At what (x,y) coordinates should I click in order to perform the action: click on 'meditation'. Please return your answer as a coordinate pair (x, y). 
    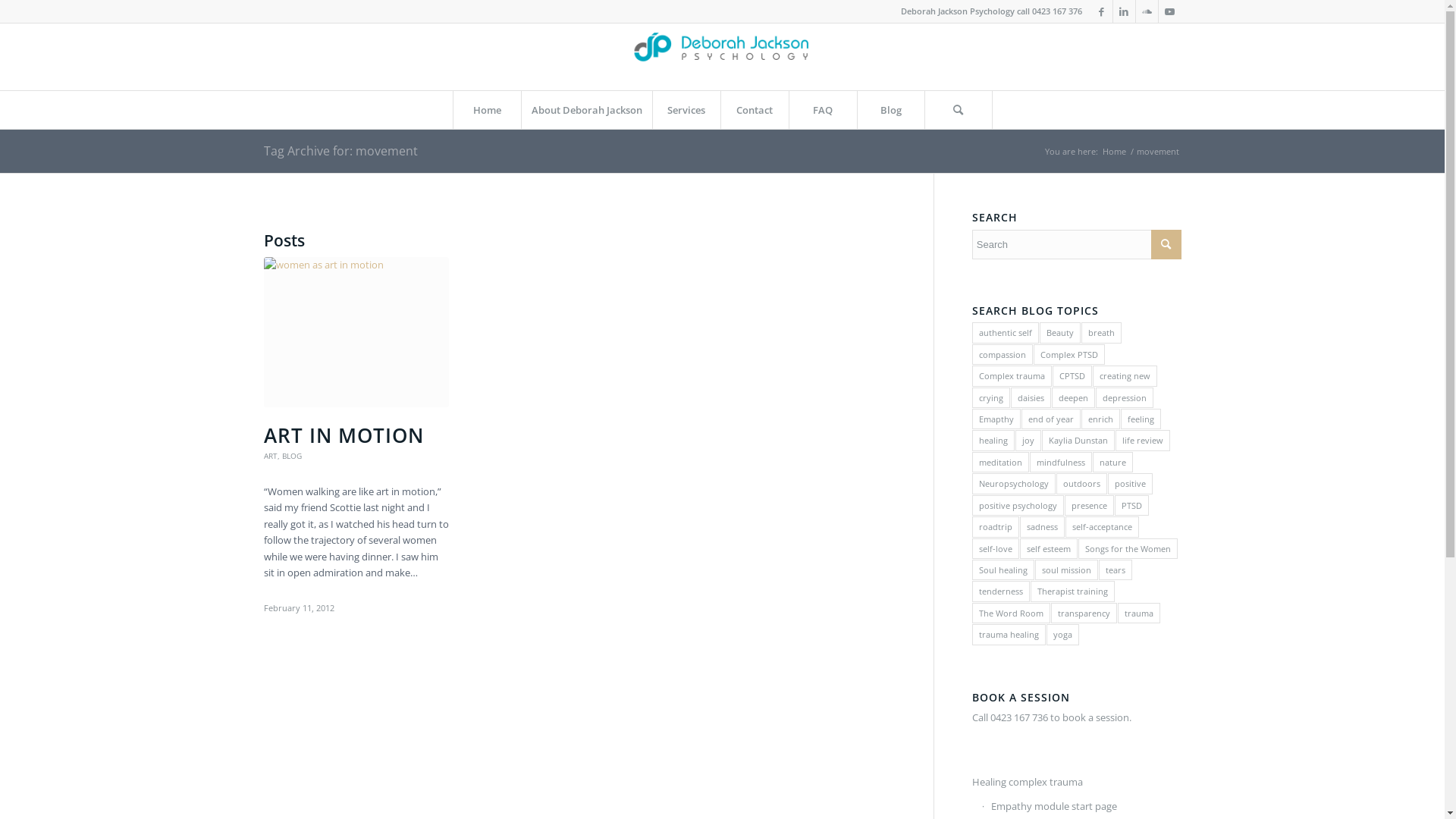
    Looking at the image, I should click on (1000, 461).